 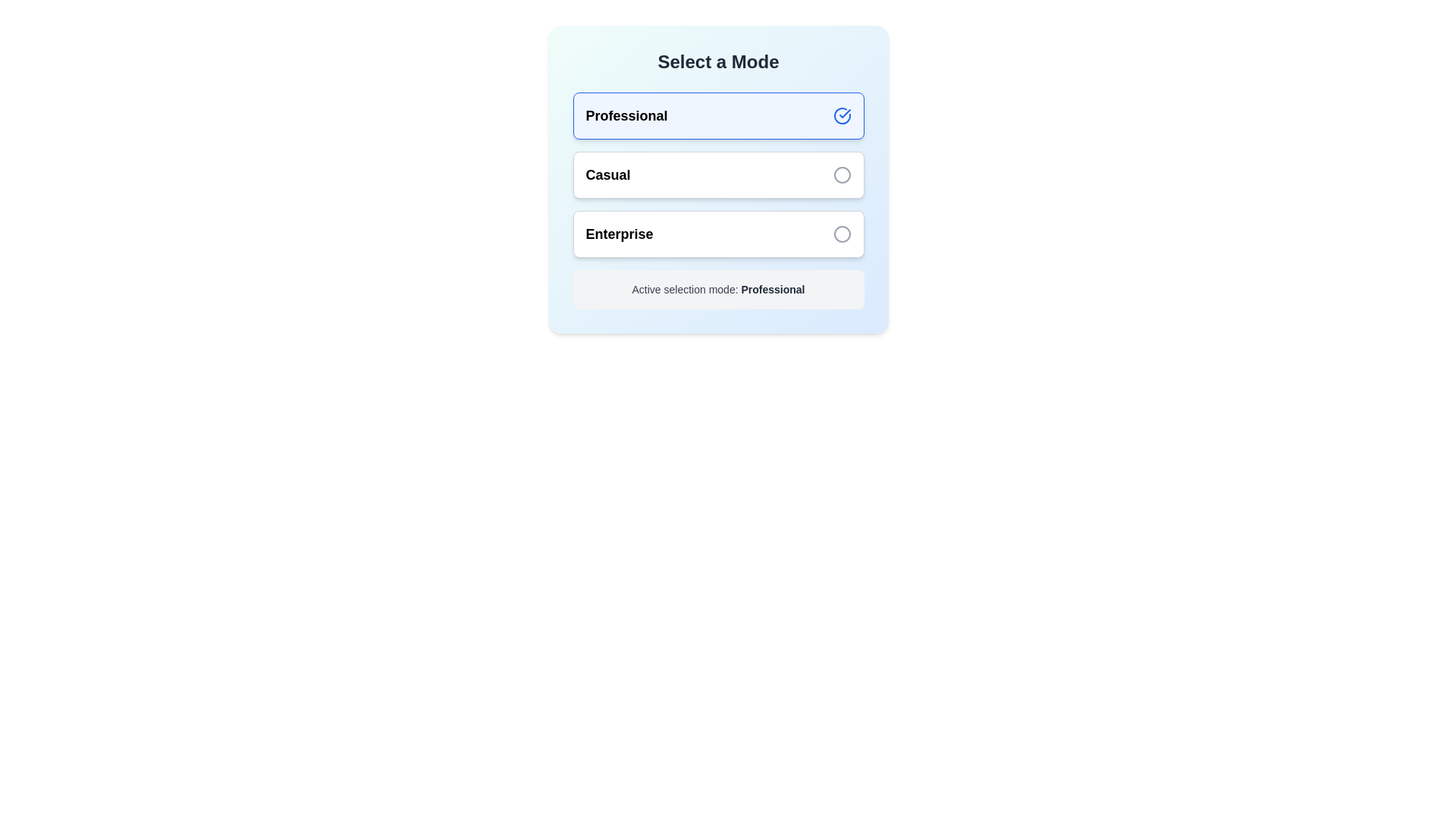 I want to click on the text element displaying 'Professional', which is bolded and part of the message 'Active selection mode: Professional', so click(x=773, y=289).